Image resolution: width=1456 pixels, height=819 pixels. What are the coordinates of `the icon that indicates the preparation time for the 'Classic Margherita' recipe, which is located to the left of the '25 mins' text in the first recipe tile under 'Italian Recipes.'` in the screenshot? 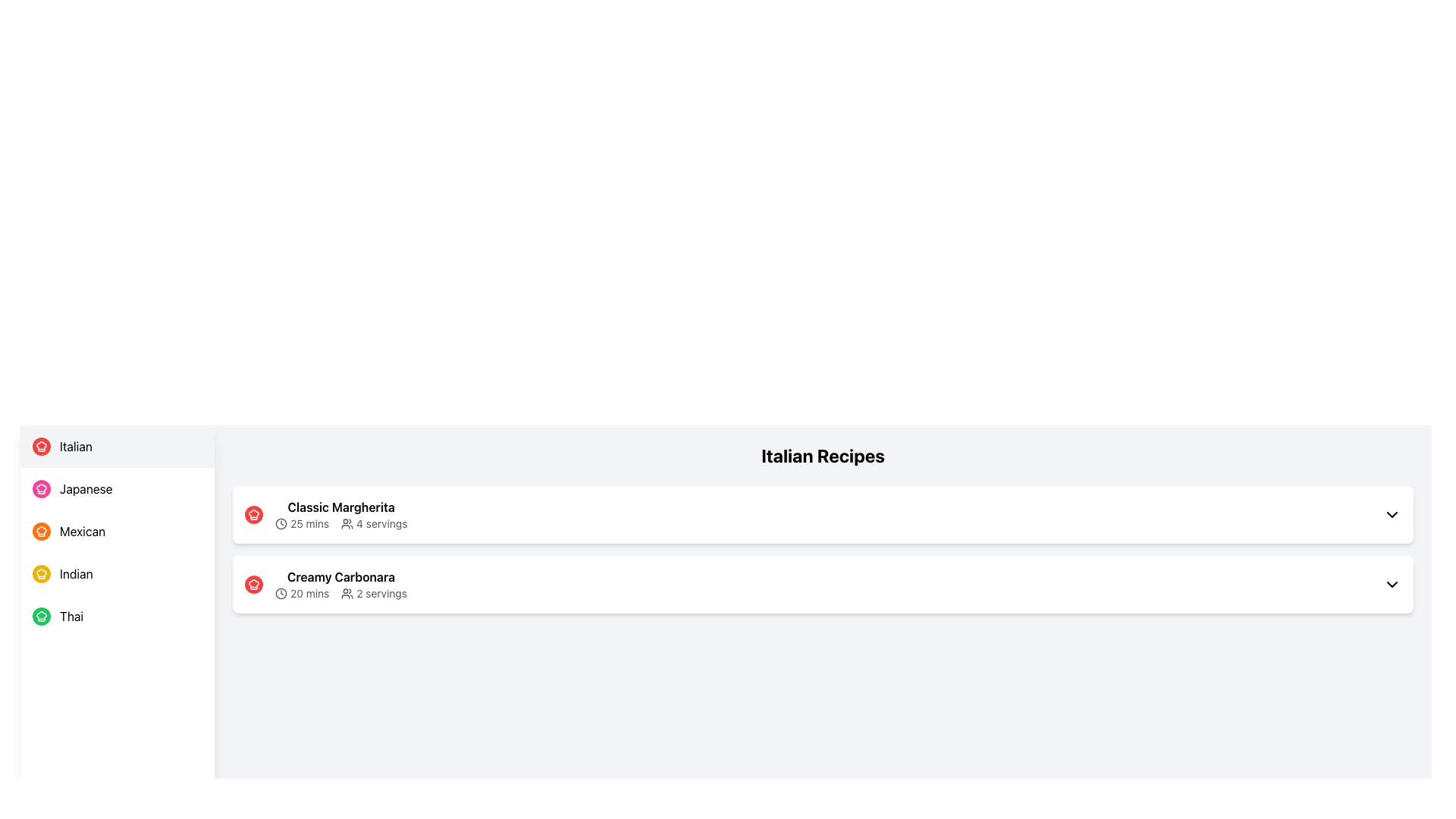 It's located at (281, 522).